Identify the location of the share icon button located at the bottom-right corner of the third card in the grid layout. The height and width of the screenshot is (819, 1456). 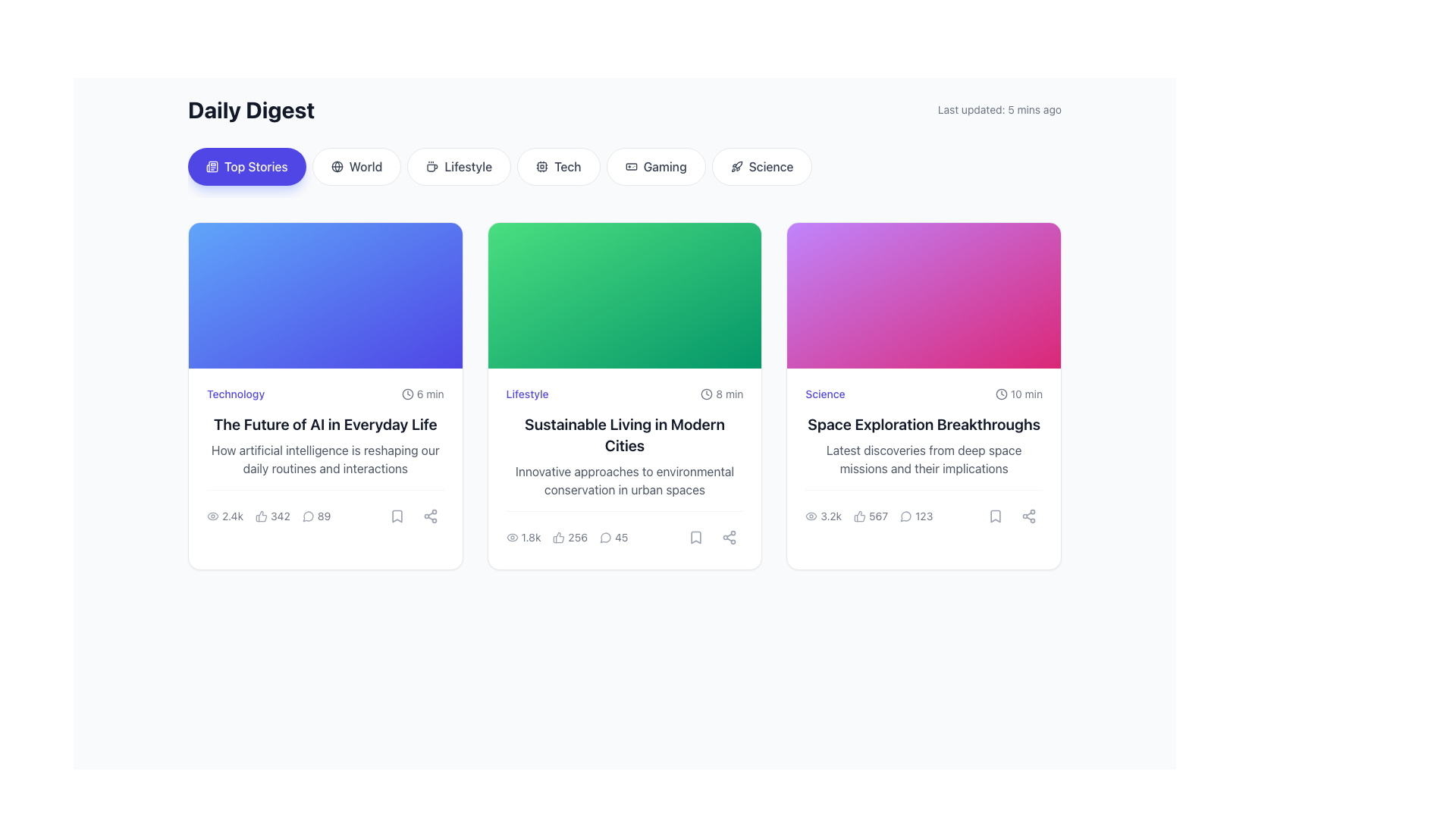
(730, 537).